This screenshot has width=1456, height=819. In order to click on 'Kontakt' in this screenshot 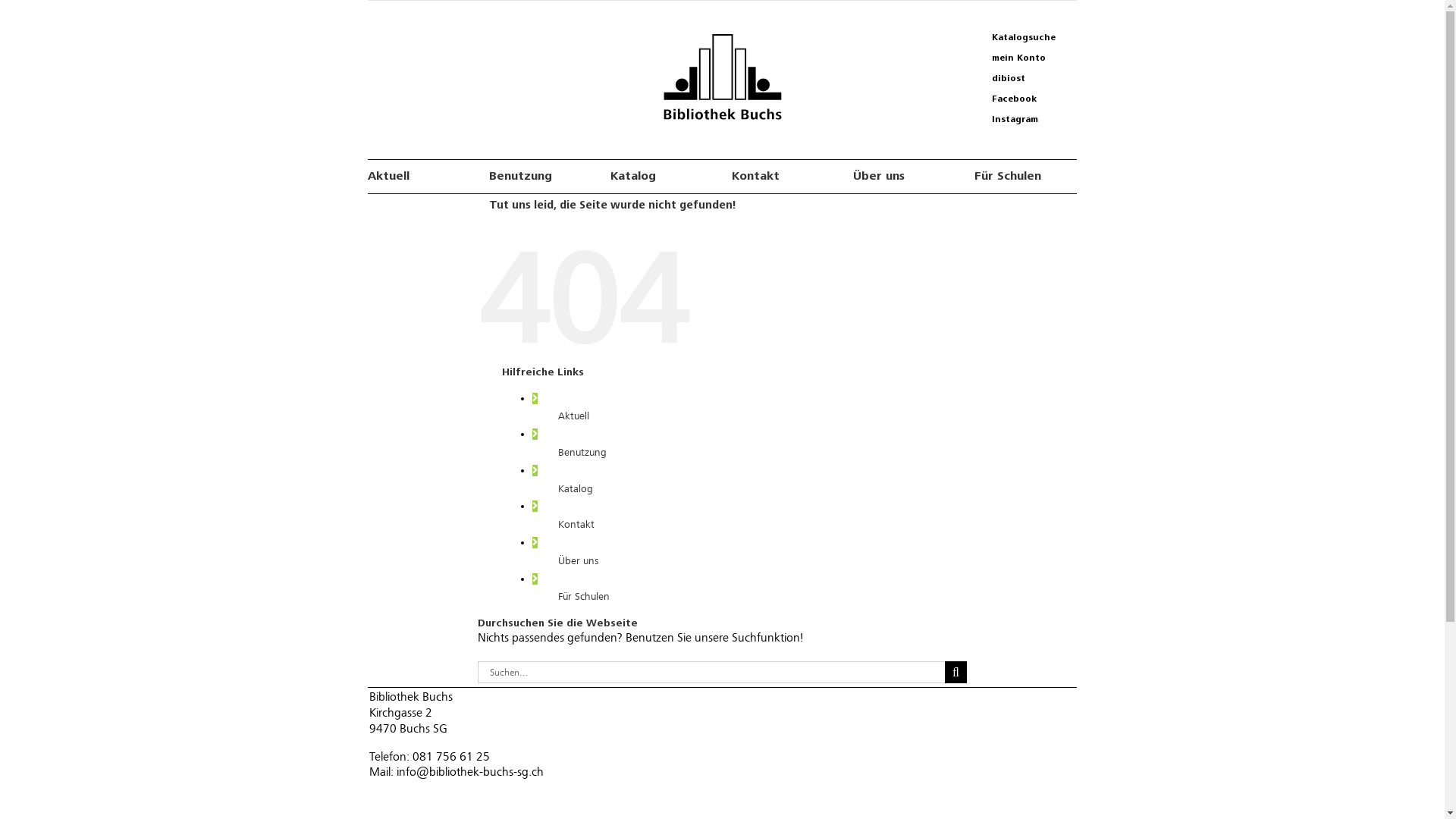, I will do `click(783, 175)`.